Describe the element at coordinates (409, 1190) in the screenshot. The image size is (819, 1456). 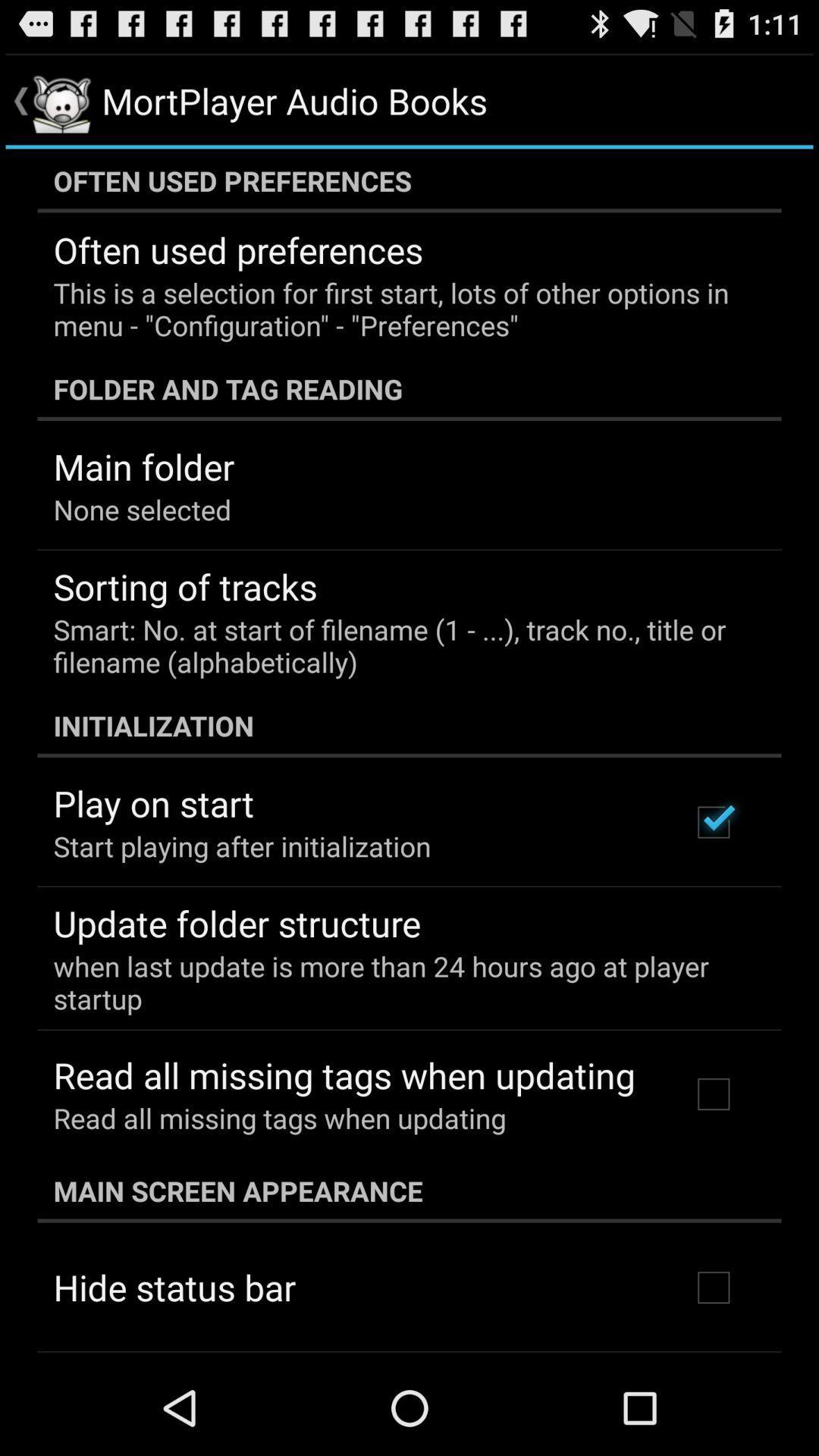
I see `the icon below read all missing item` at that location.